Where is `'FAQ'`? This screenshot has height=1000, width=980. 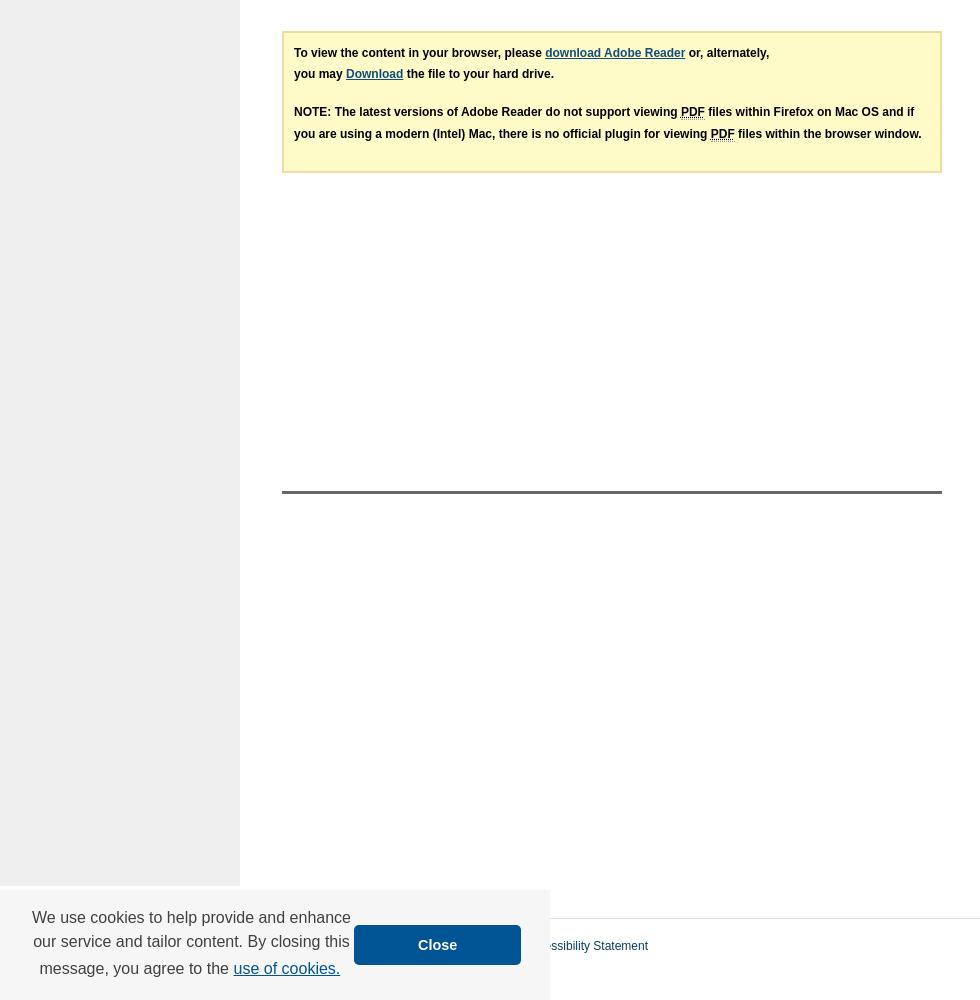
'FAQ' is located at coordinates (386, 945).